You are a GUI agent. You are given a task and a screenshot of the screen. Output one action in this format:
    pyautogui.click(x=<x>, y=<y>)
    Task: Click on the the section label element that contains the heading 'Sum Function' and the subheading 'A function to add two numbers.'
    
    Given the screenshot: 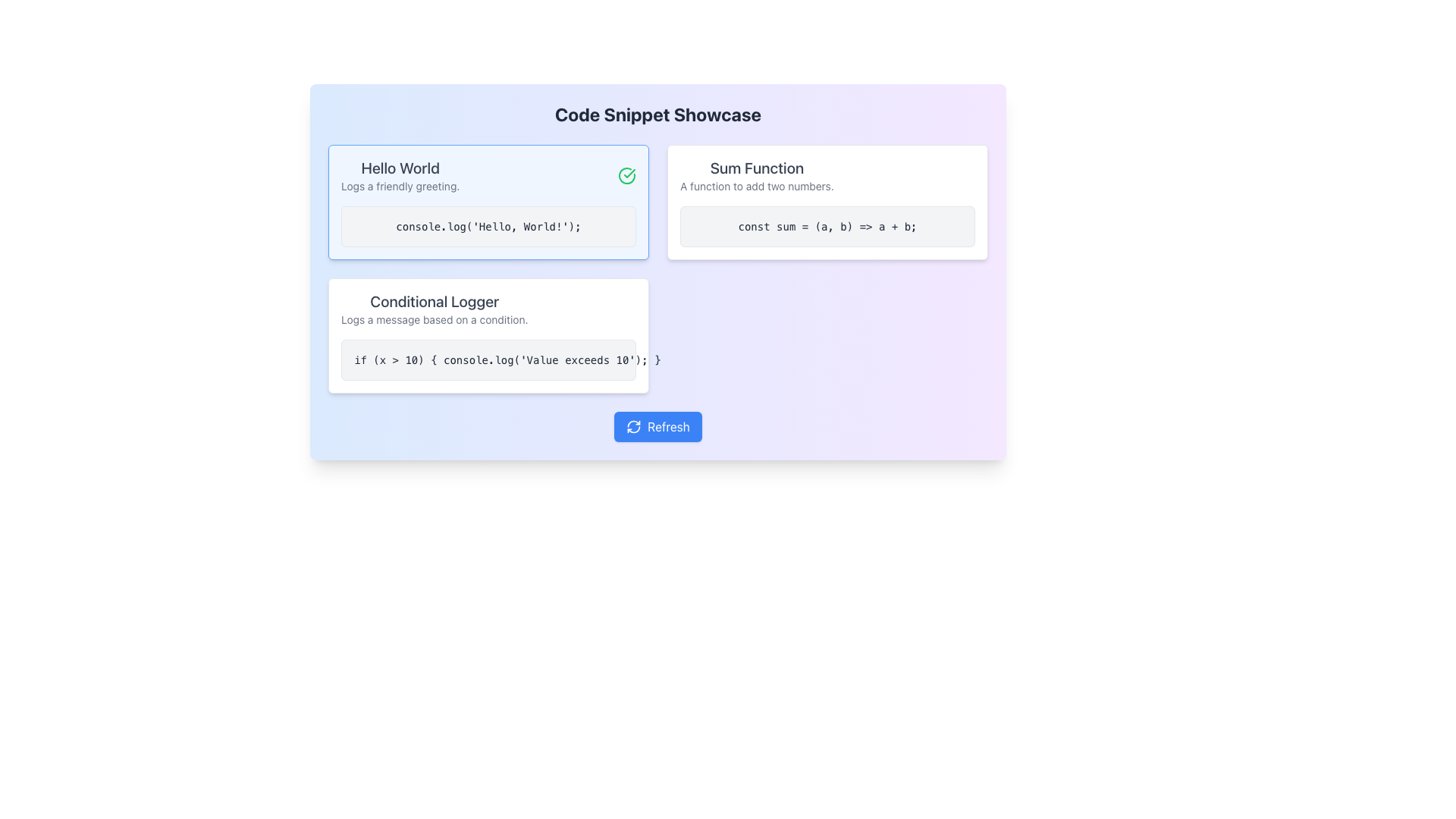 What is the action you would take?
    pyautogui.click(x=757, y=174)
    